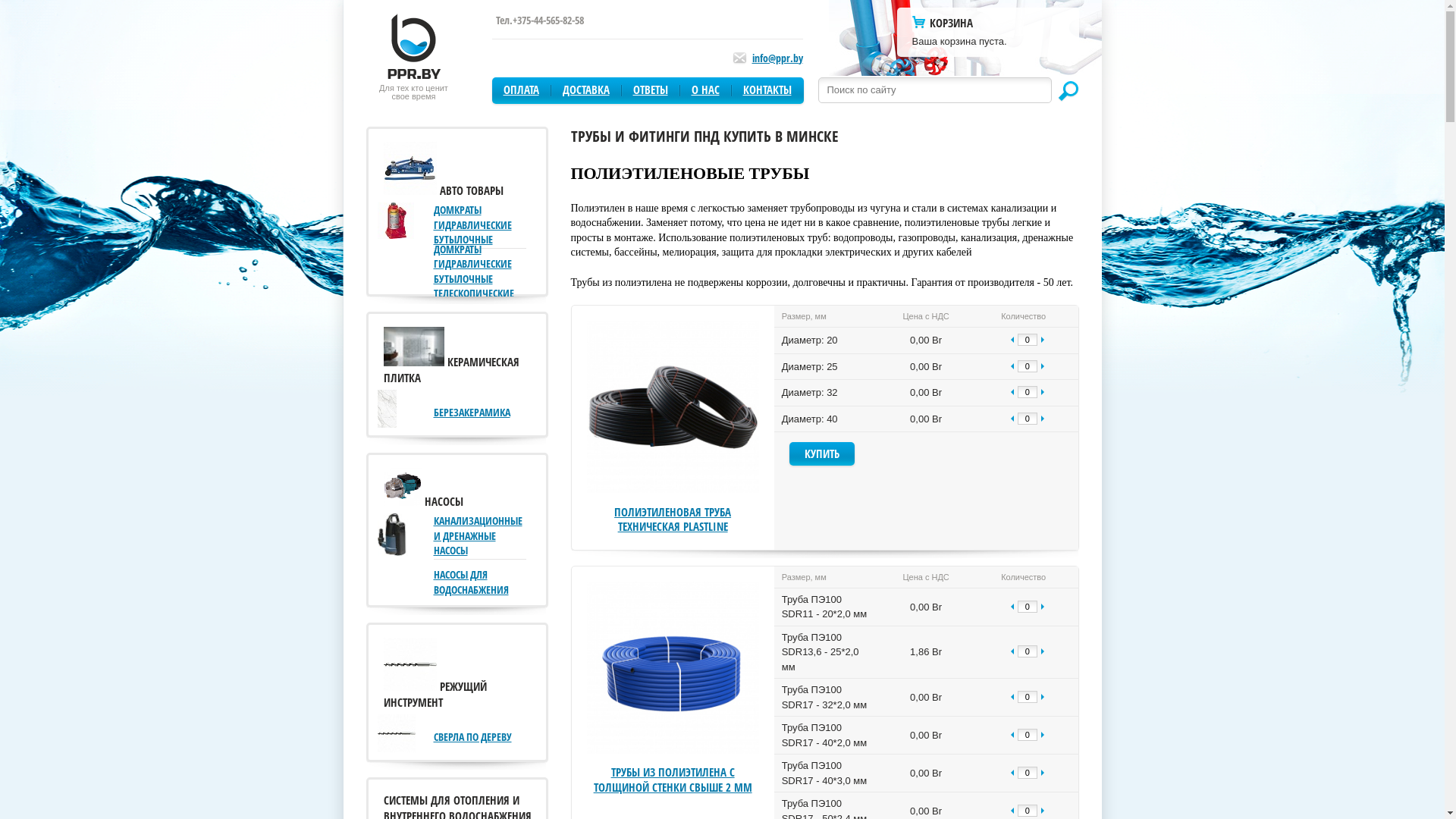 The height and width of the screenshot is (819, 1456). I want to click on '+', so click(1037, 698).